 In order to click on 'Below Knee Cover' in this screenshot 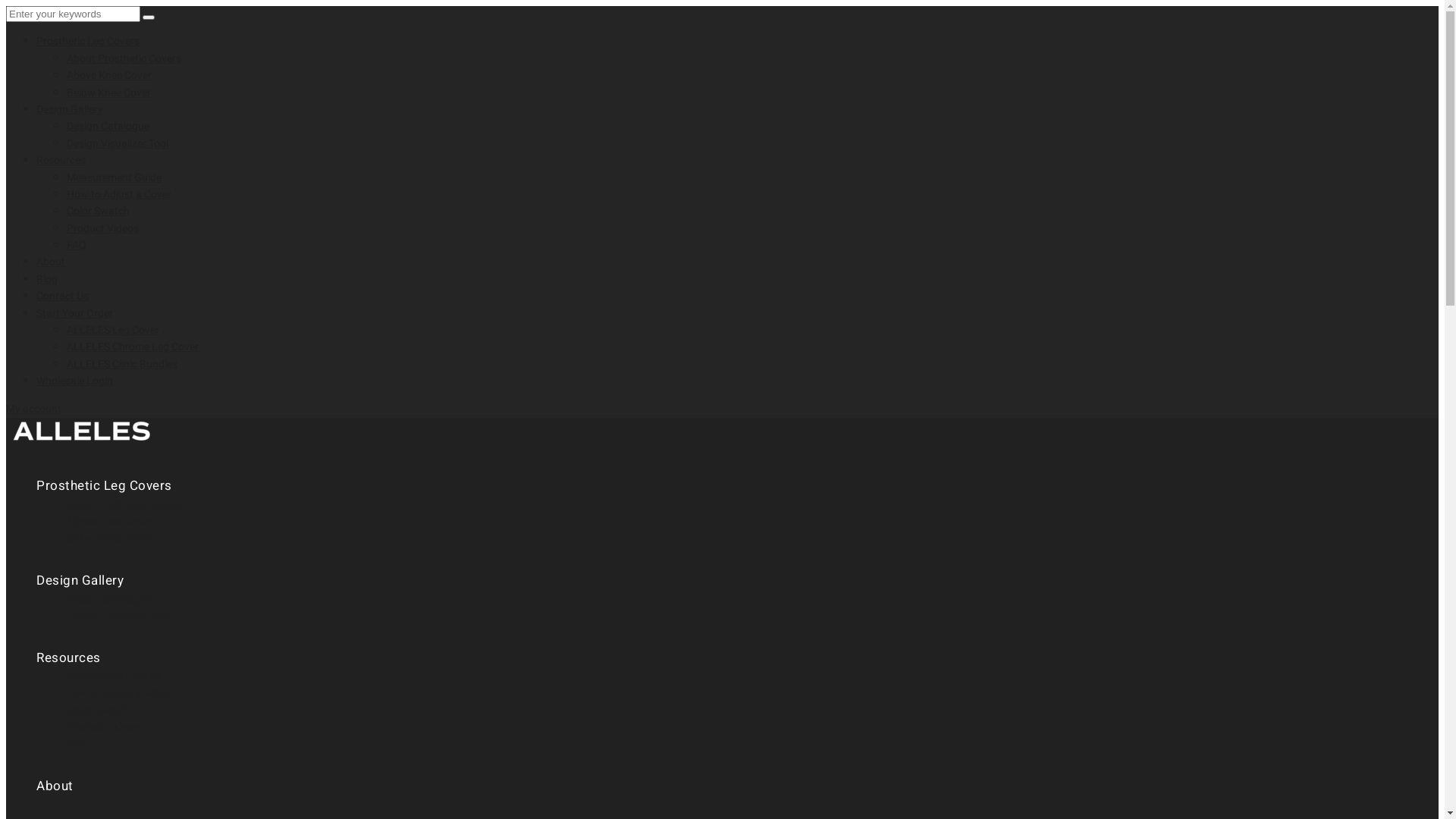, I will do `click(108, 93)`.